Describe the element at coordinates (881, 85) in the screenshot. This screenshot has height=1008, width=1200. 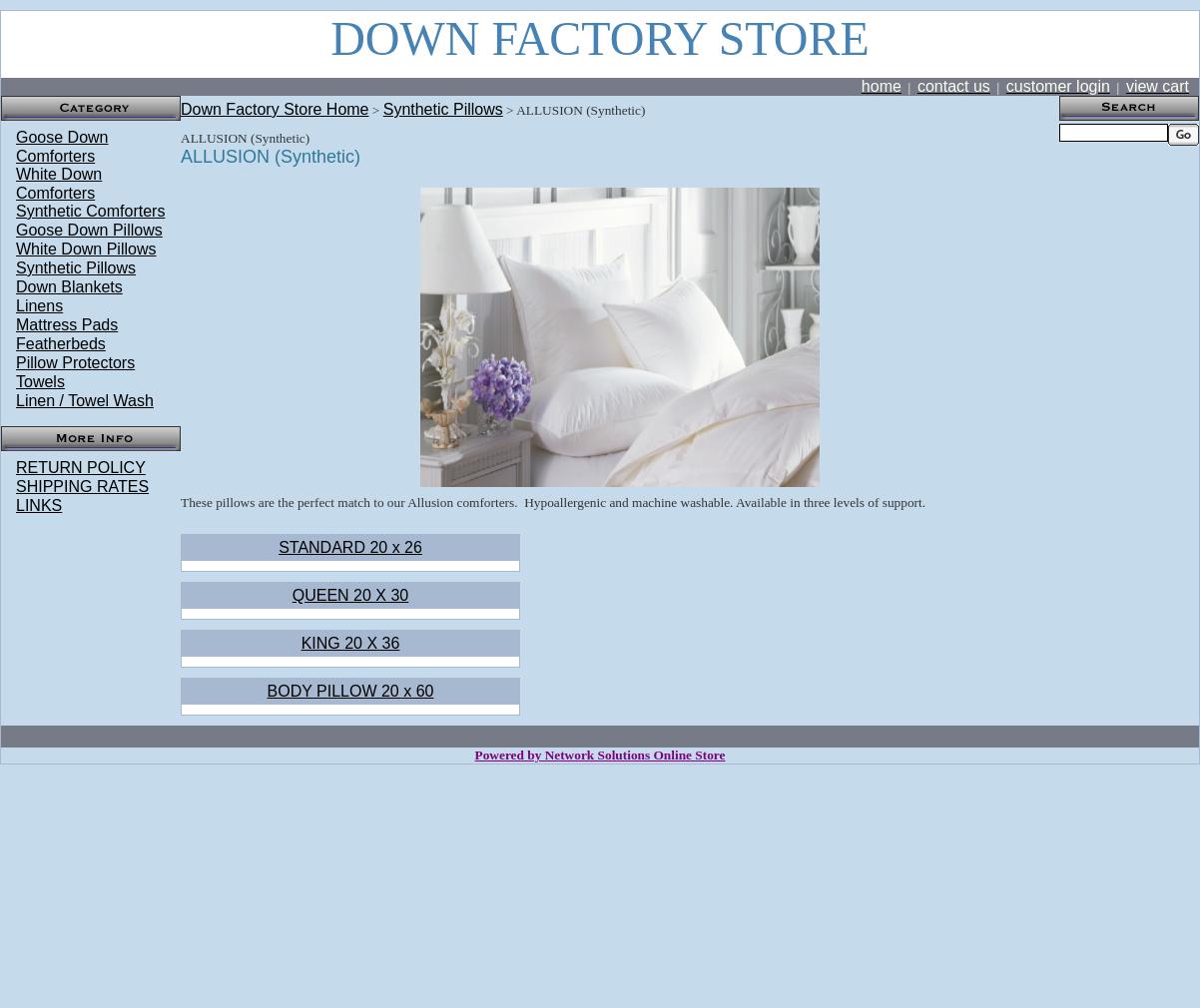
I see `'home'` at that location.